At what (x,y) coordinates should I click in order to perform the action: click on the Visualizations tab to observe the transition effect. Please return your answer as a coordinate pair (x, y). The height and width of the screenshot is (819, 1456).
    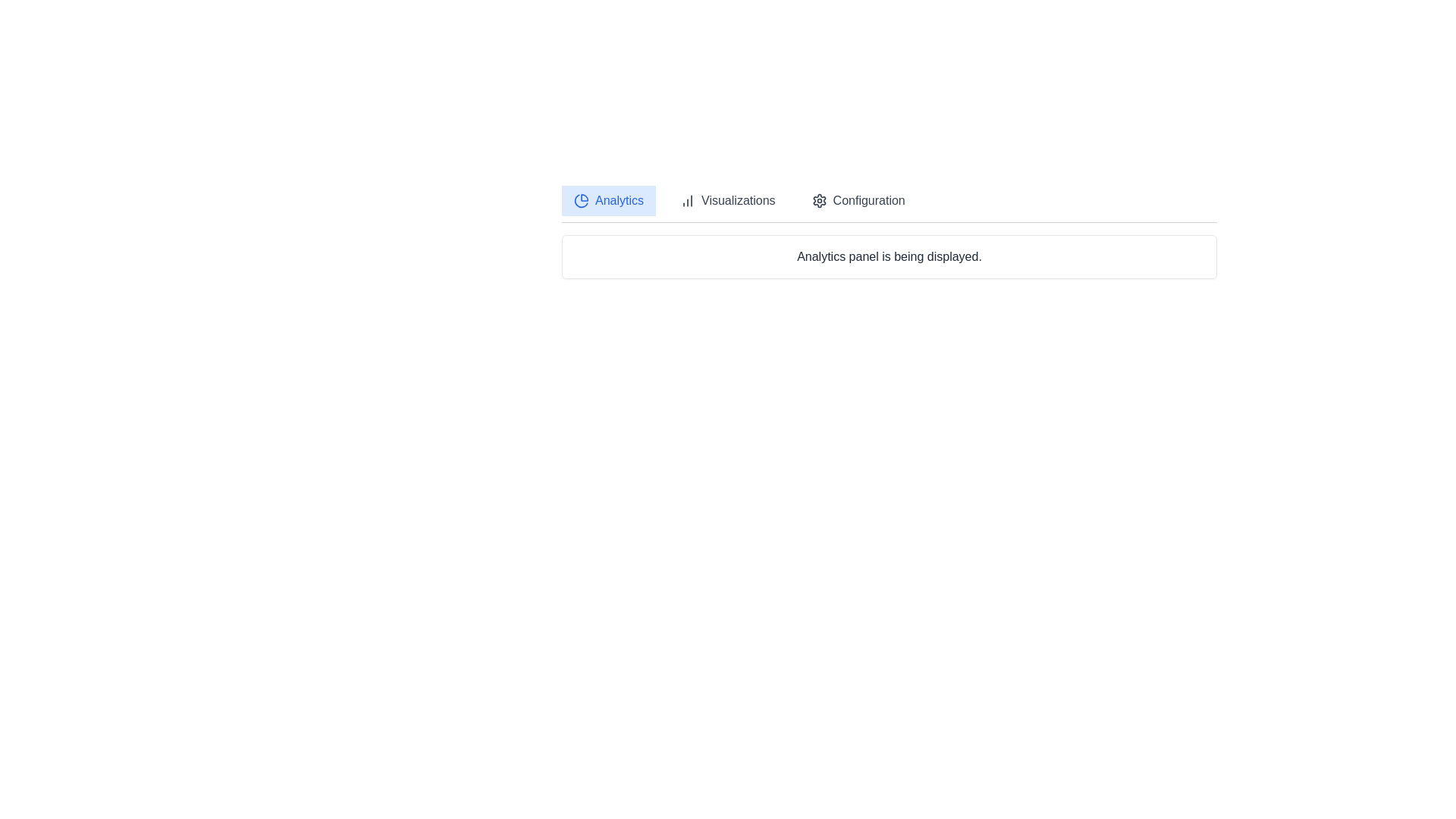
    Looking at the image, I should click on (726, 200).